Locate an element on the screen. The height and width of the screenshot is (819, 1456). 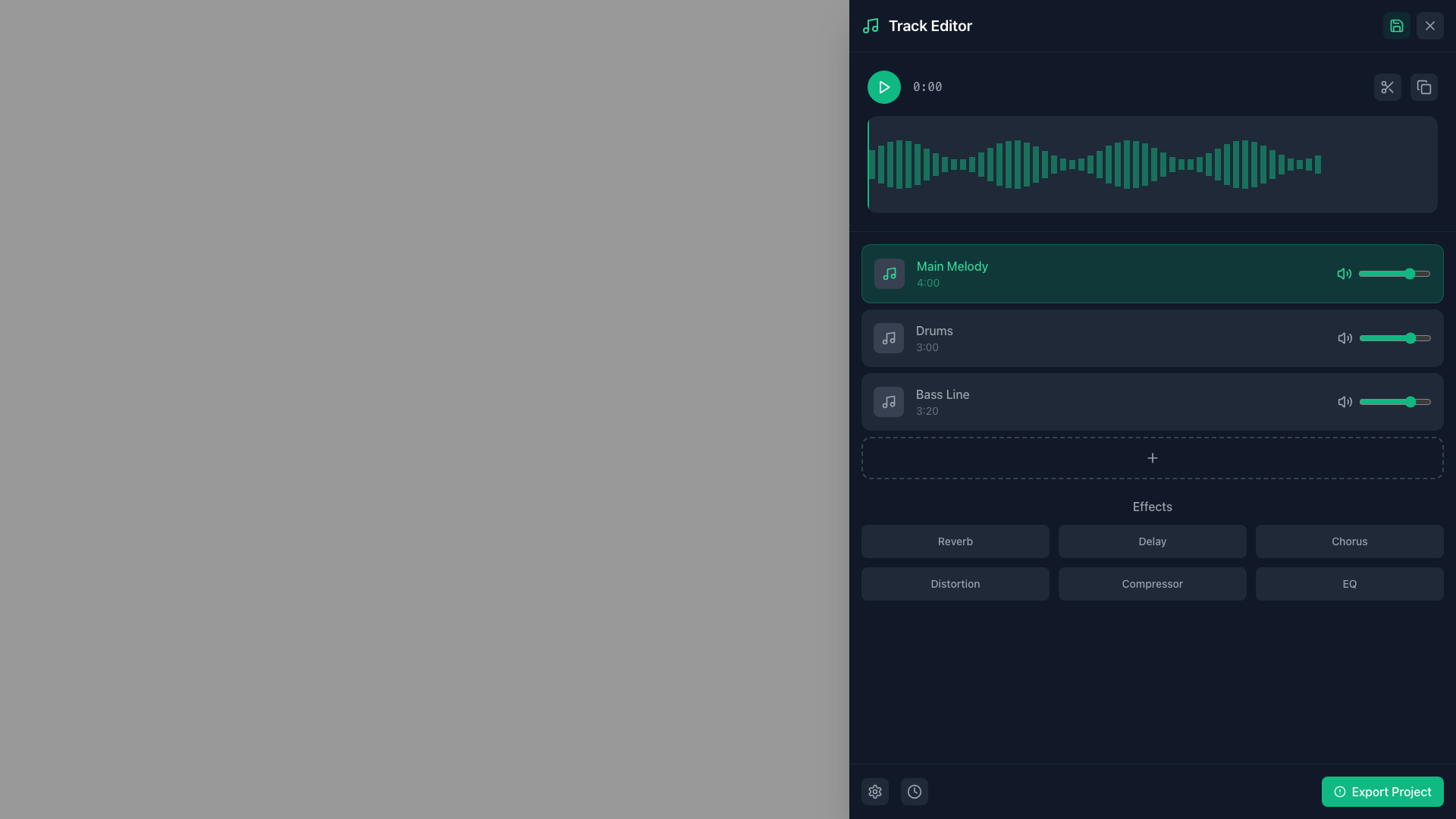
the speaker or volume-related icon located in the 'Drums' section of the track editor interface, positioned between the section label 'Drums: 3:00' and the slider control is located at coordinates (1345, 337).